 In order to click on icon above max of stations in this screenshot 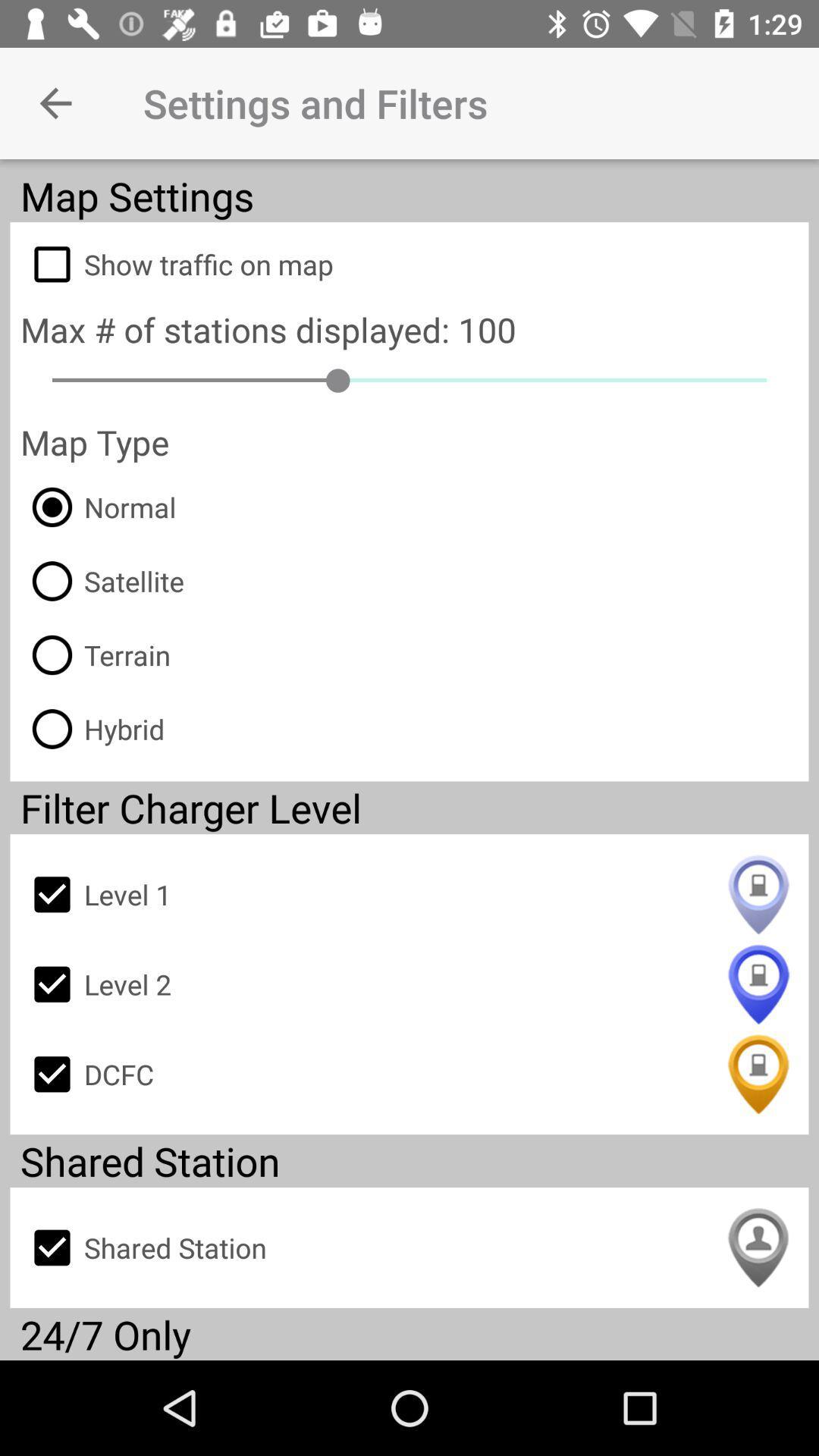, I will do `click(409, 264)`.